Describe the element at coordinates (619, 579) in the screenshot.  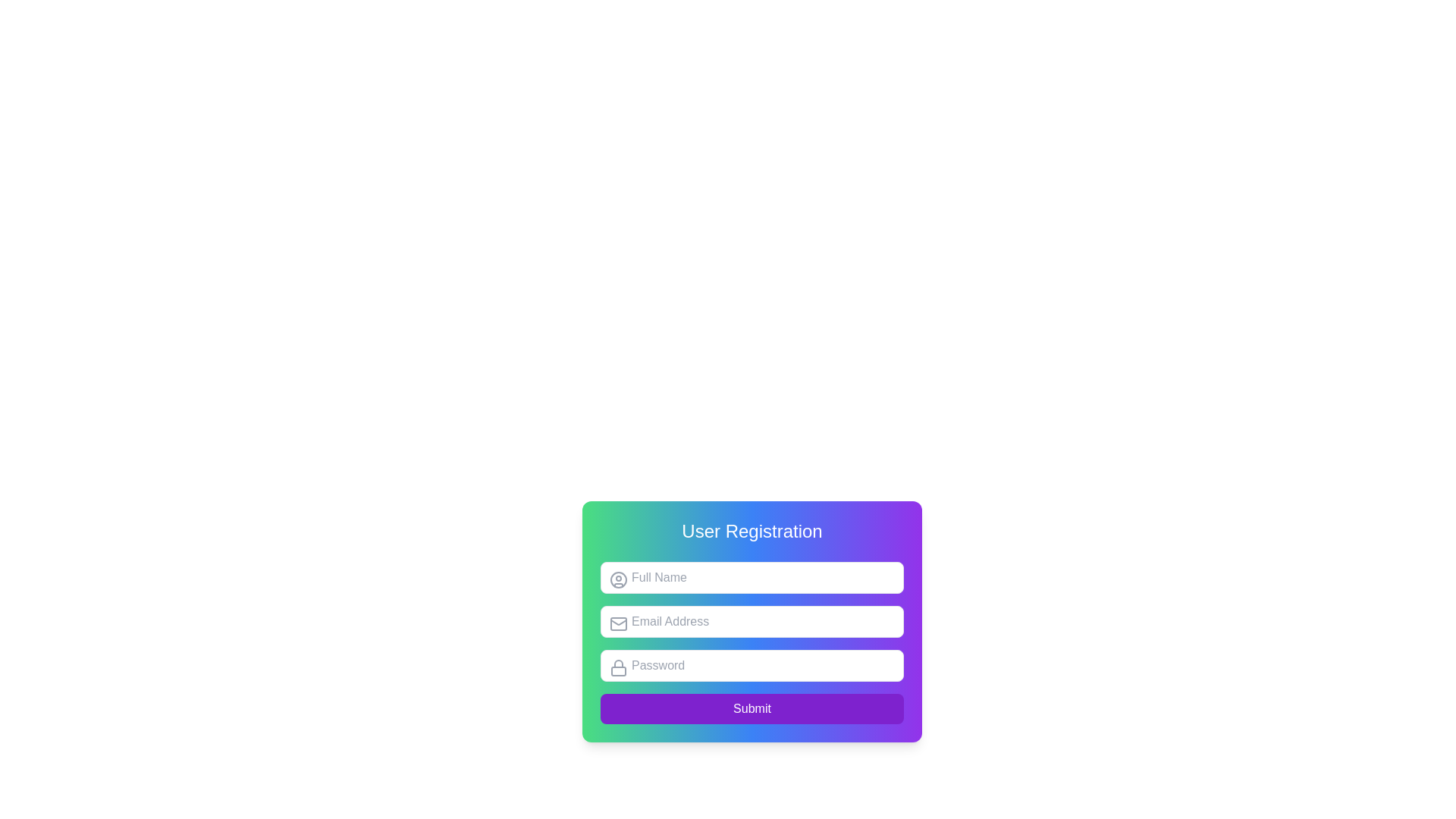
I see `the icon that visually represents the 'Full Name' input field, which is part of the user registration form and located to the left of the 'Full Name' text input` at that location.